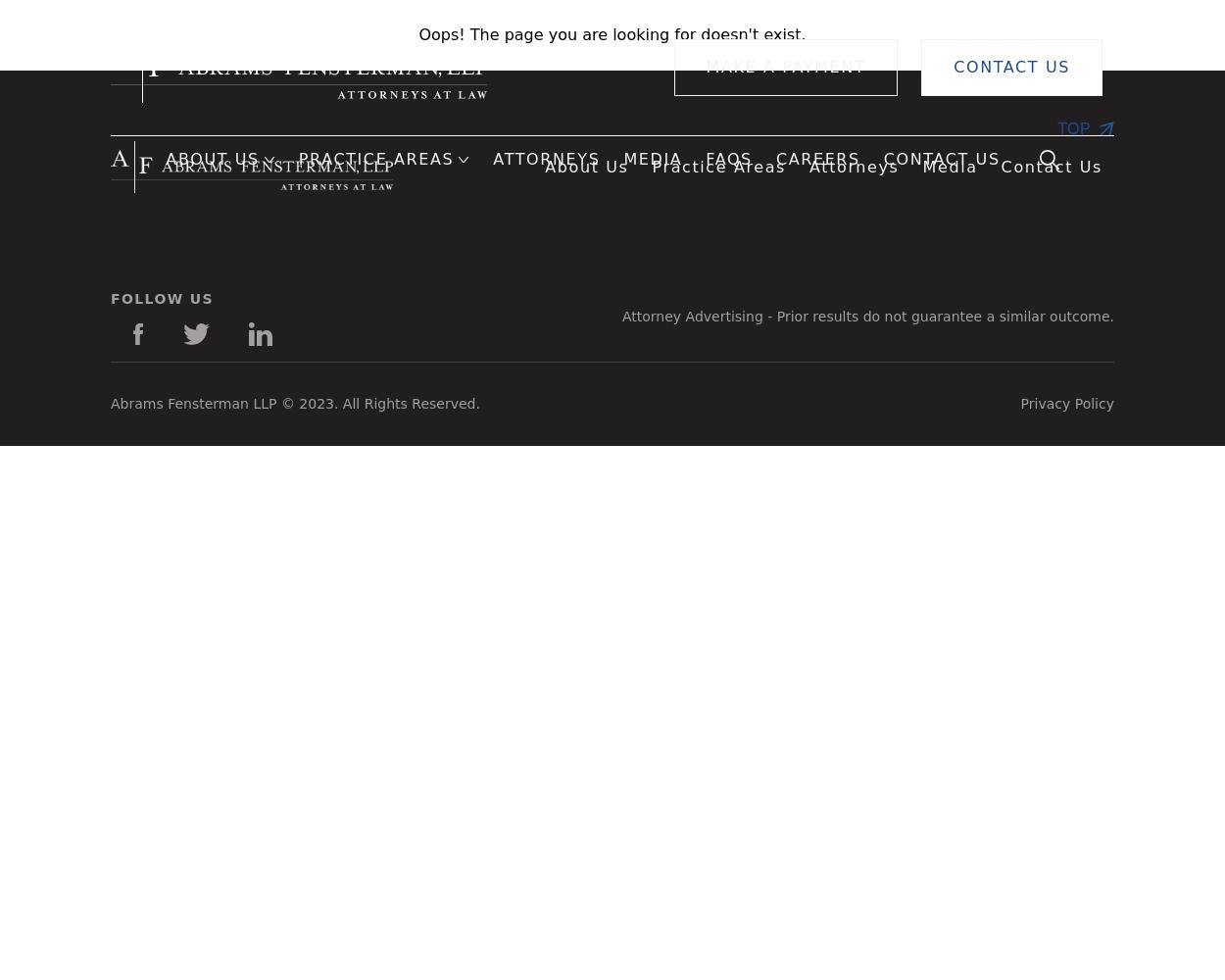 This screenshot has height=980, width=1225. I want to click on 'Follow Us', so click(162, 299).